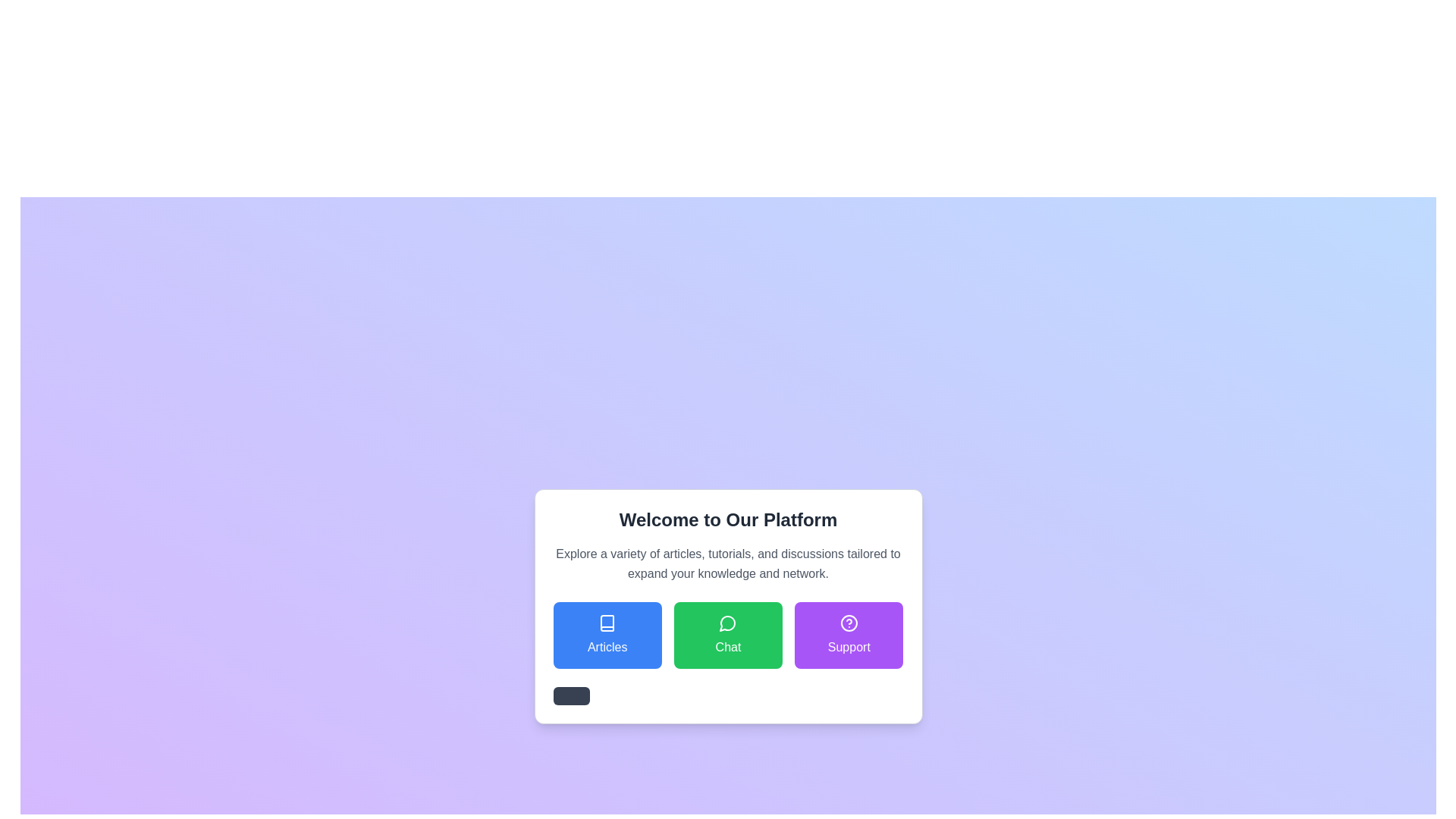 This screenshot has height=819, width=1456. I want to click on 'Chat' button label to understand its functionality, which is located inside a green button in the center column of a three-column layout, so click(728, 647).